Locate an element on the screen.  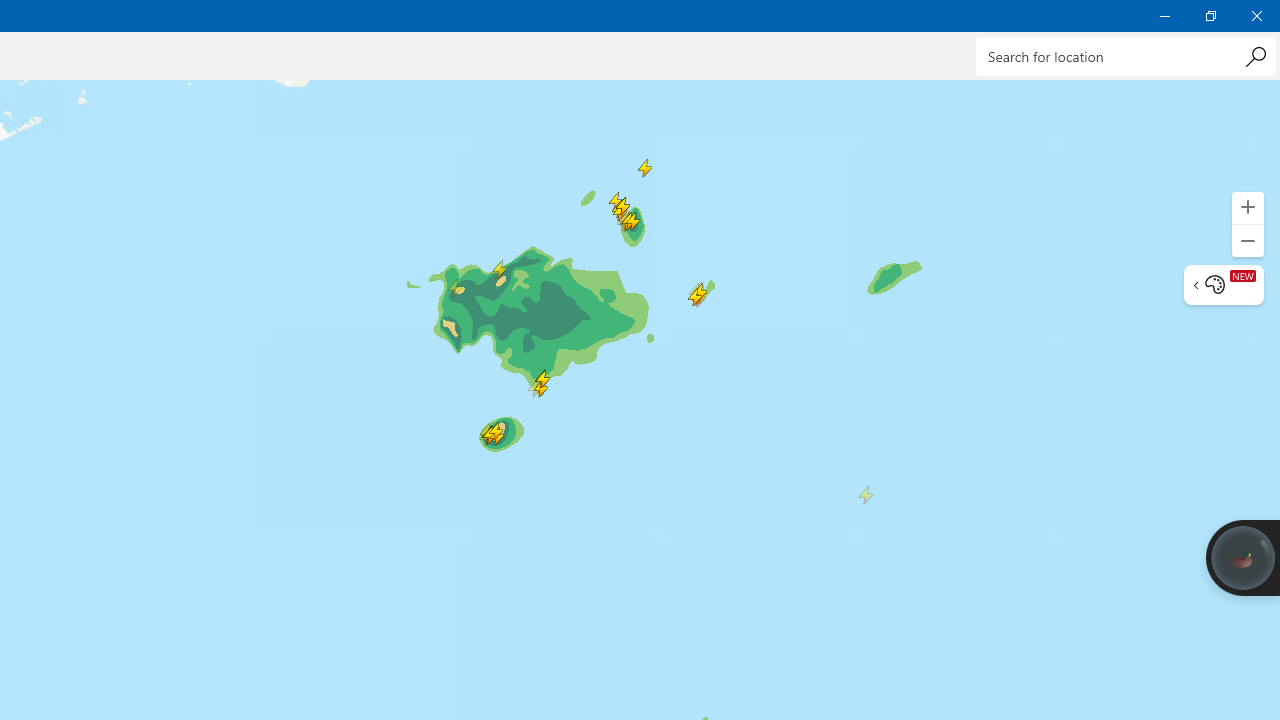
'Search' is located at coordinates (1254, 55).